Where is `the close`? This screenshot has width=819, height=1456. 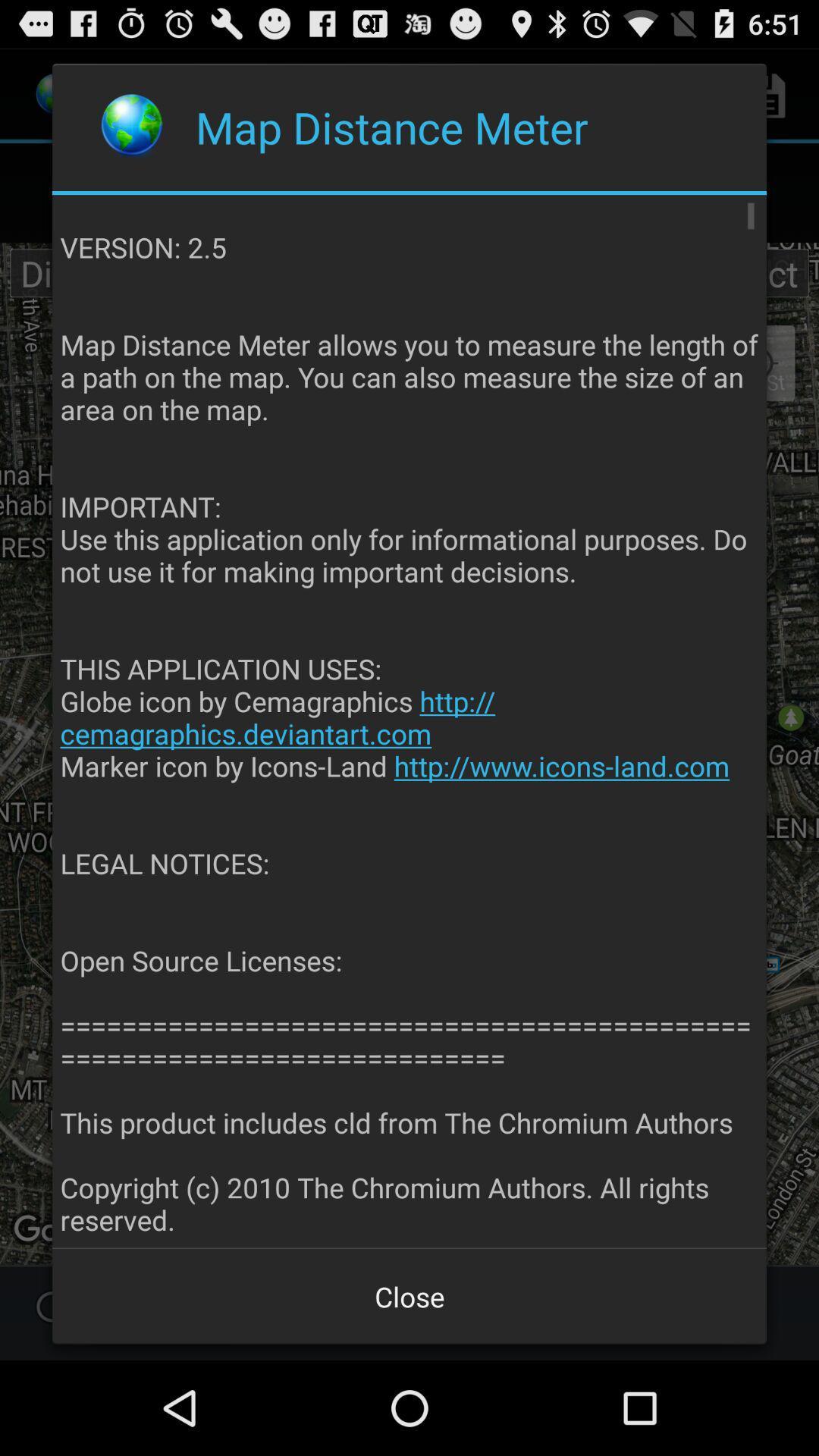 the close is located at coordinates (409, 1295).